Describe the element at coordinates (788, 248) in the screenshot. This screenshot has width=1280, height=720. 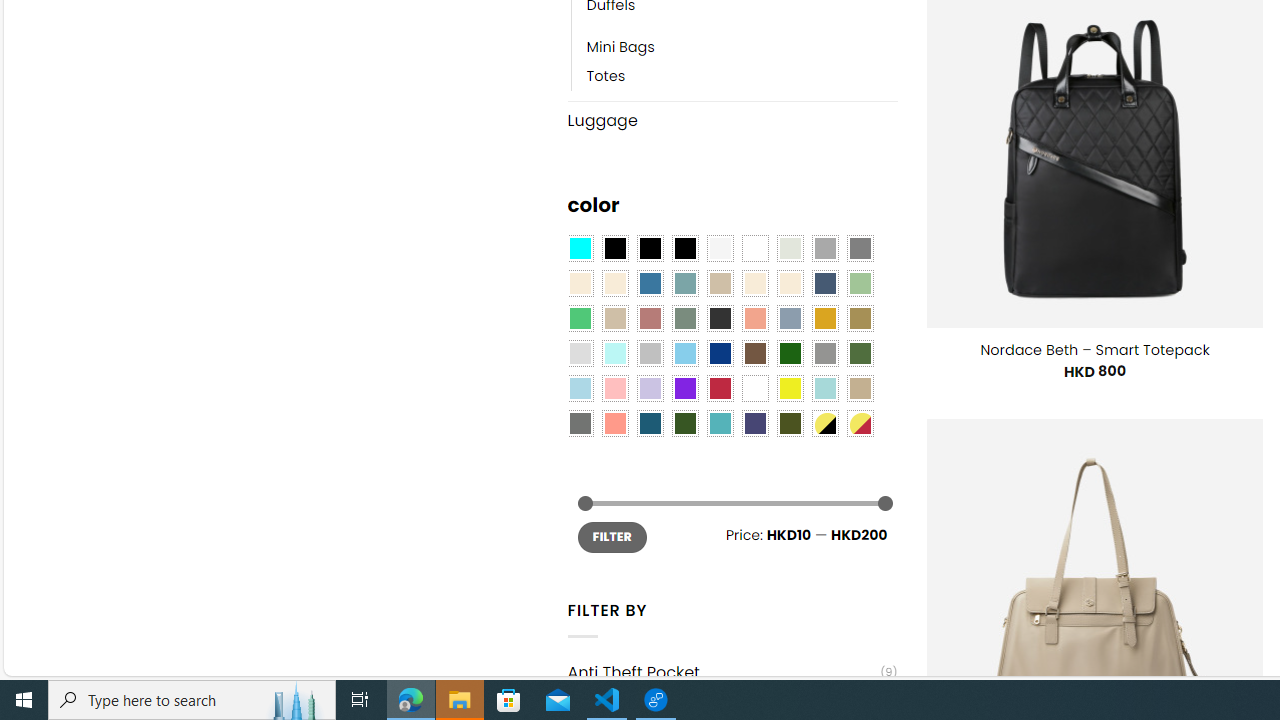
I see `'Ash Gray'` at that location.